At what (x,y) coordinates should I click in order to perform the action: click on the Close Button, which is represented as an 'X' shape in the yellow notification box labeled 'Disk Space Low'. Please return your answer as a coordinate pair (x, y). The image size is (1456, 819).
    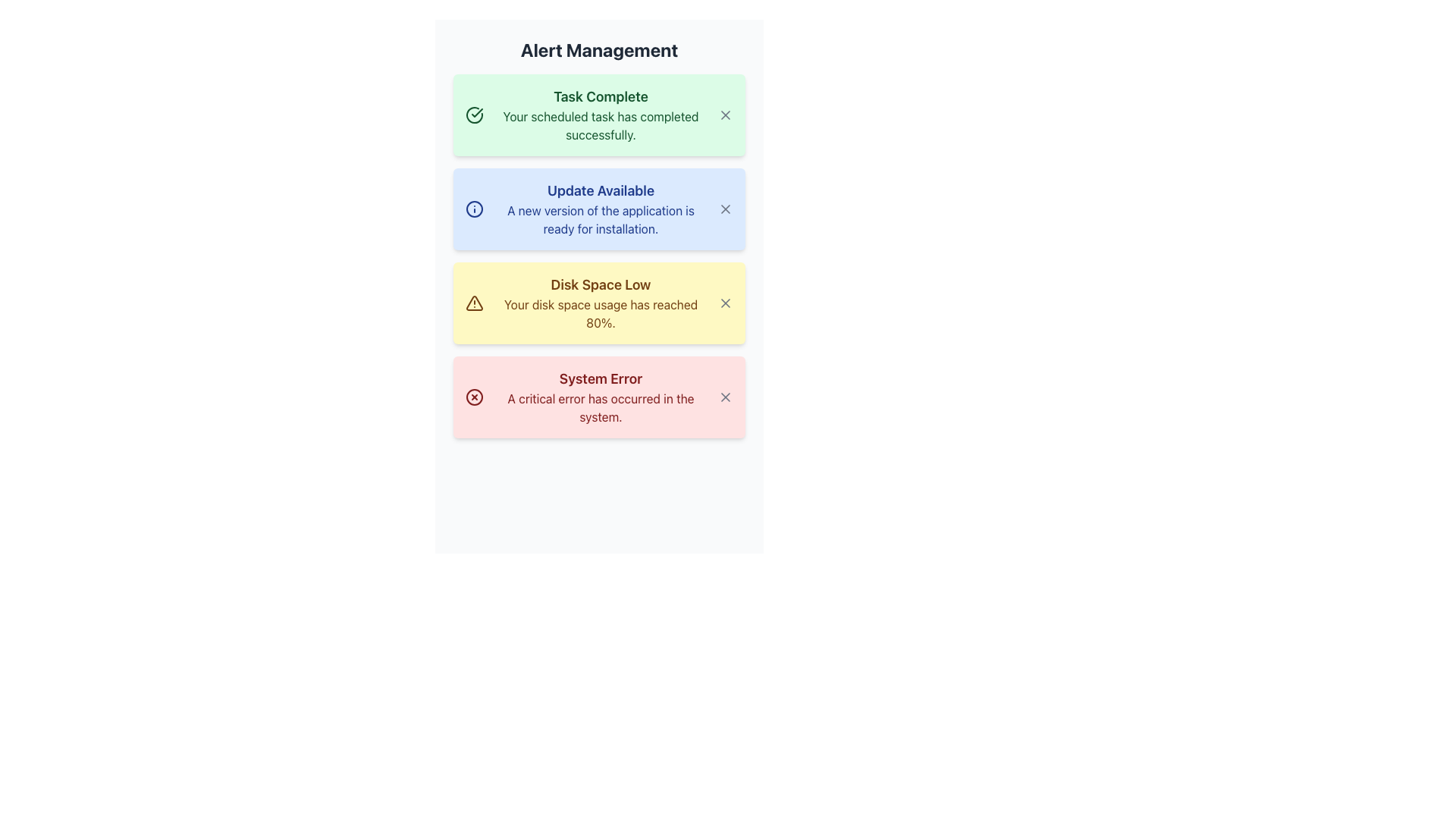
    Looking at the image, I should click on (724, 303).